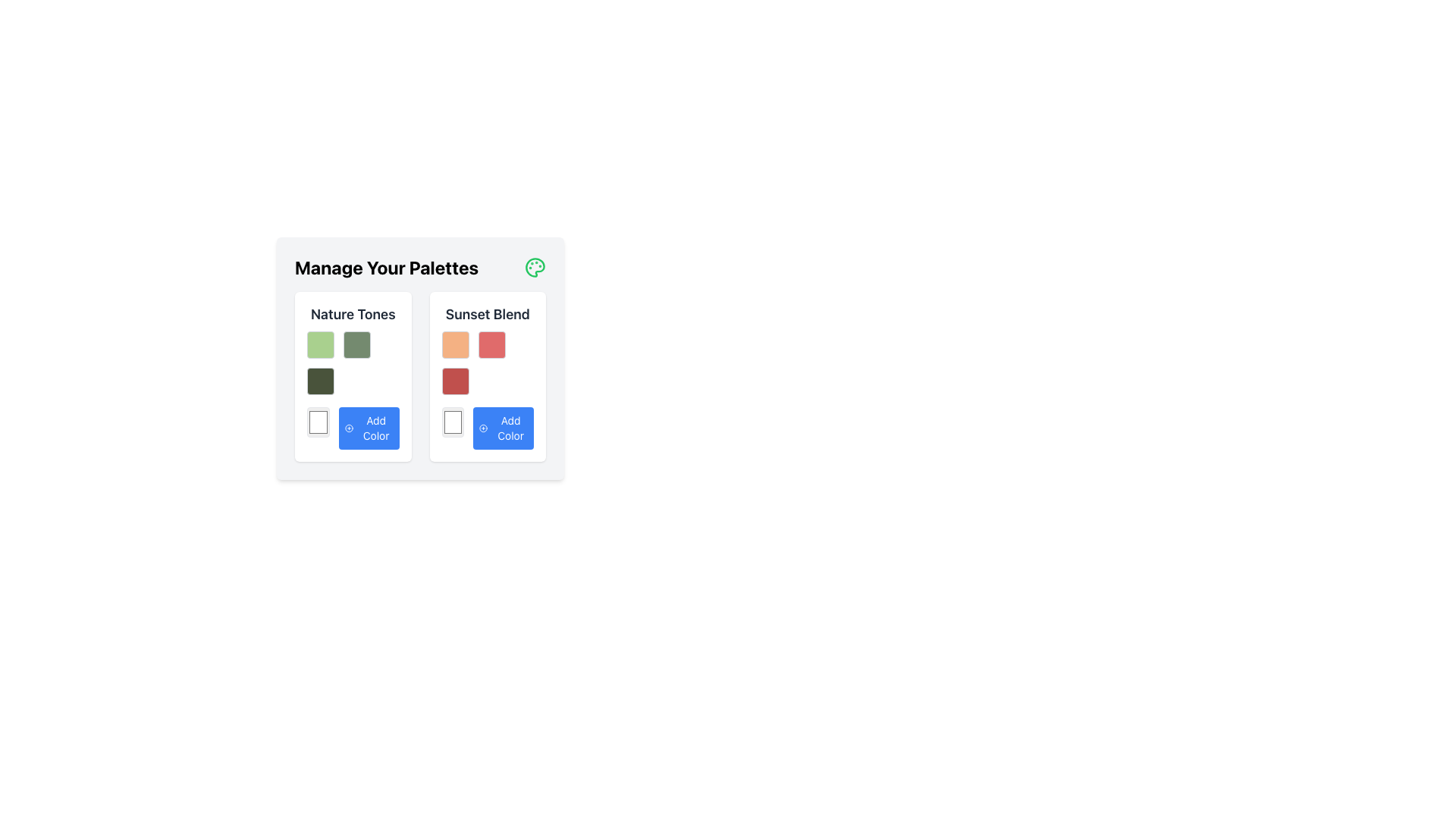 Image resolution: width=1456 pixels, height=819 pixels. Describe the element at coordinates (454, 380) in the screenshot. I see `to select the third visual color tile in the 'Sunset Blend' palette, which is located below the orange and pink squares` at that location.